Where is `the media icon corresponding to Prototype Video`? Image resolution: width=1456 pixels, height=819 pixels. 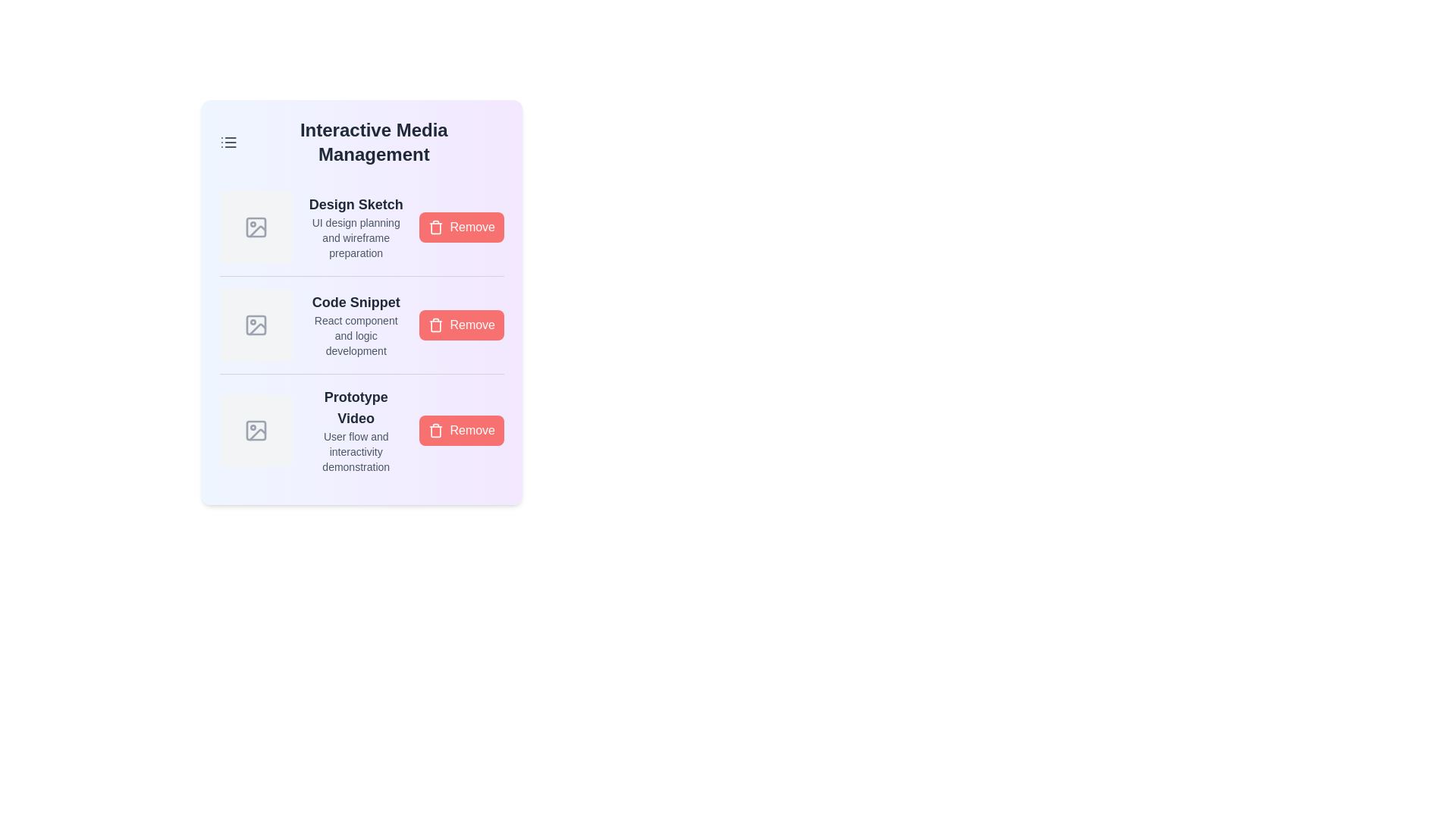 the media icon corresponding to Prototype Video is located at coordinates (256, 430).